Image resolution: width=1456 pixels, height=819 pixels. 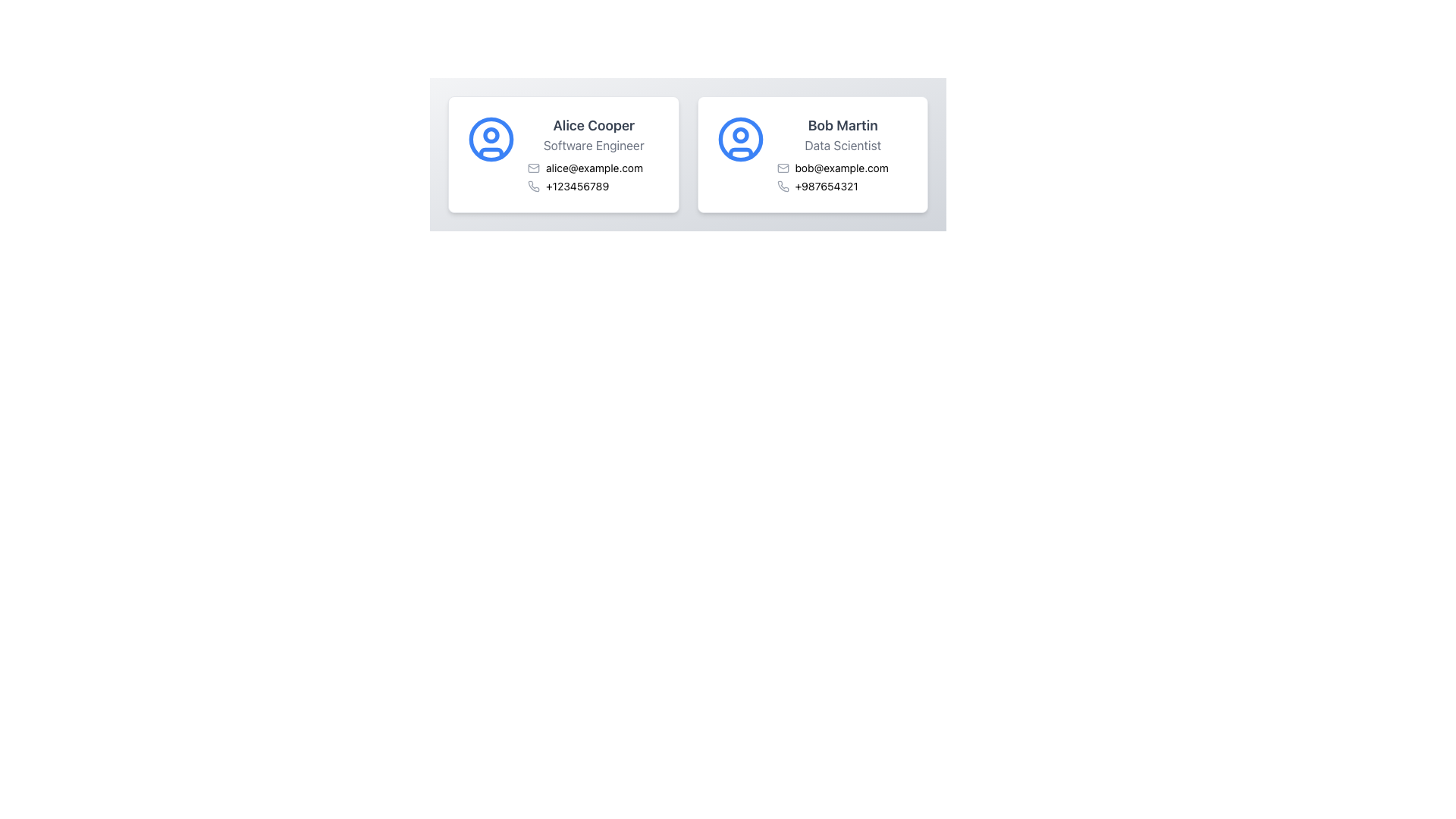 What do you see at coordinates (534, 168) in the screenshot?
I see `the email icon in Alice Cooper's contact card, which visually indicates the email field associated with 'alice@example.com'` at bounding box center [534, 168].